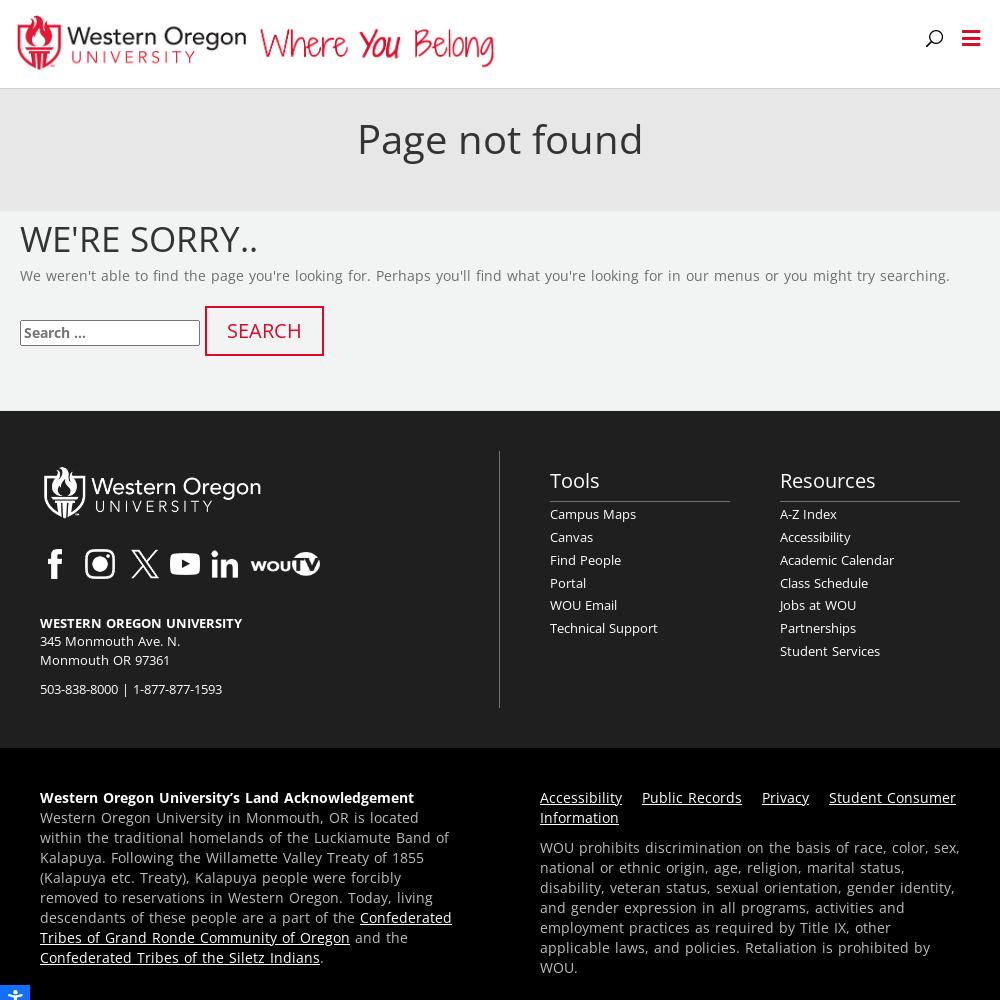  What do you see at coordinates (574, 479) in the screenshot?
I see `'Tools'` at bounding box center [574, 479].